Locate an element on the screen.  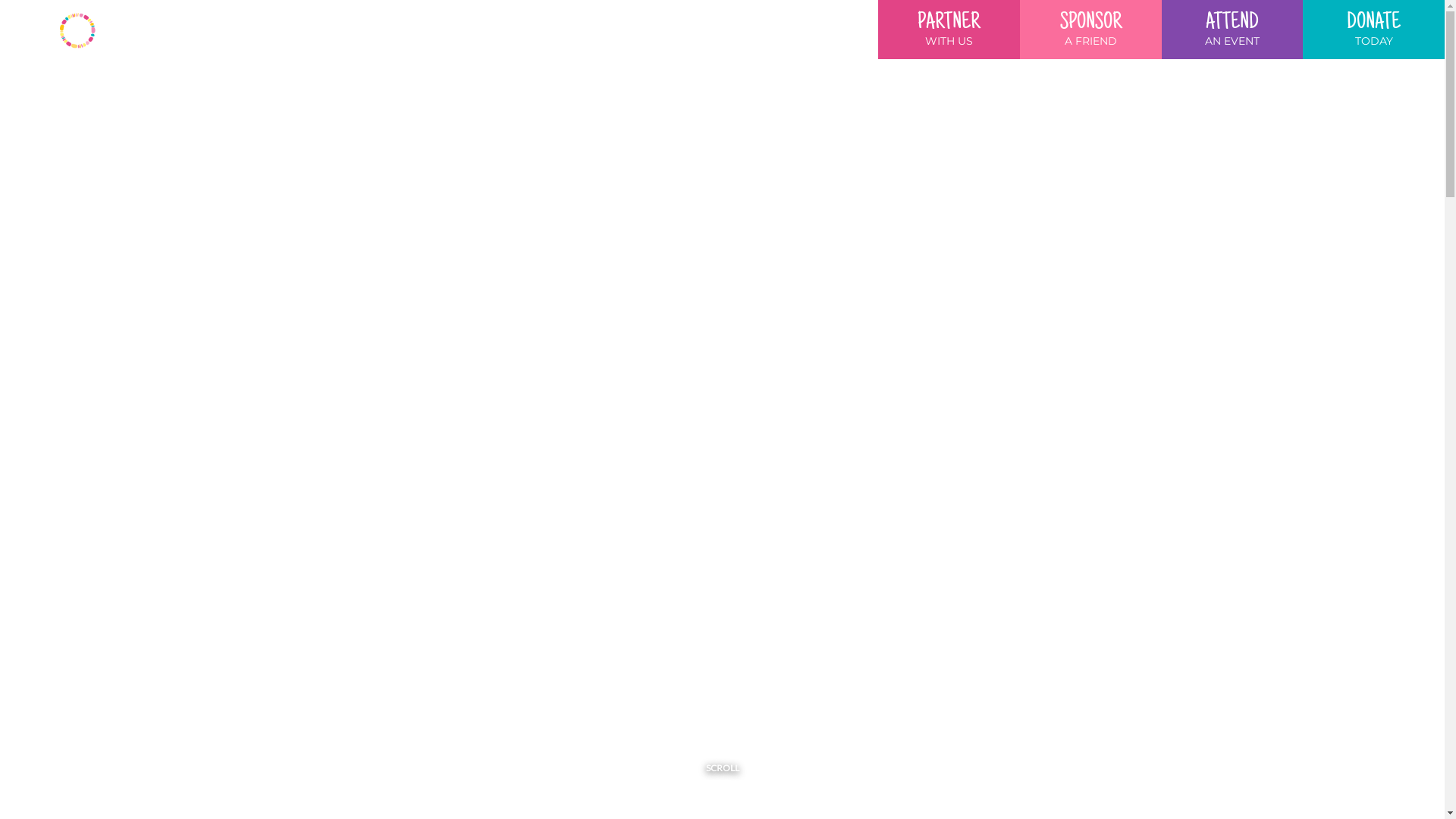
'ATTEND is located at coordinates (1232, 29).